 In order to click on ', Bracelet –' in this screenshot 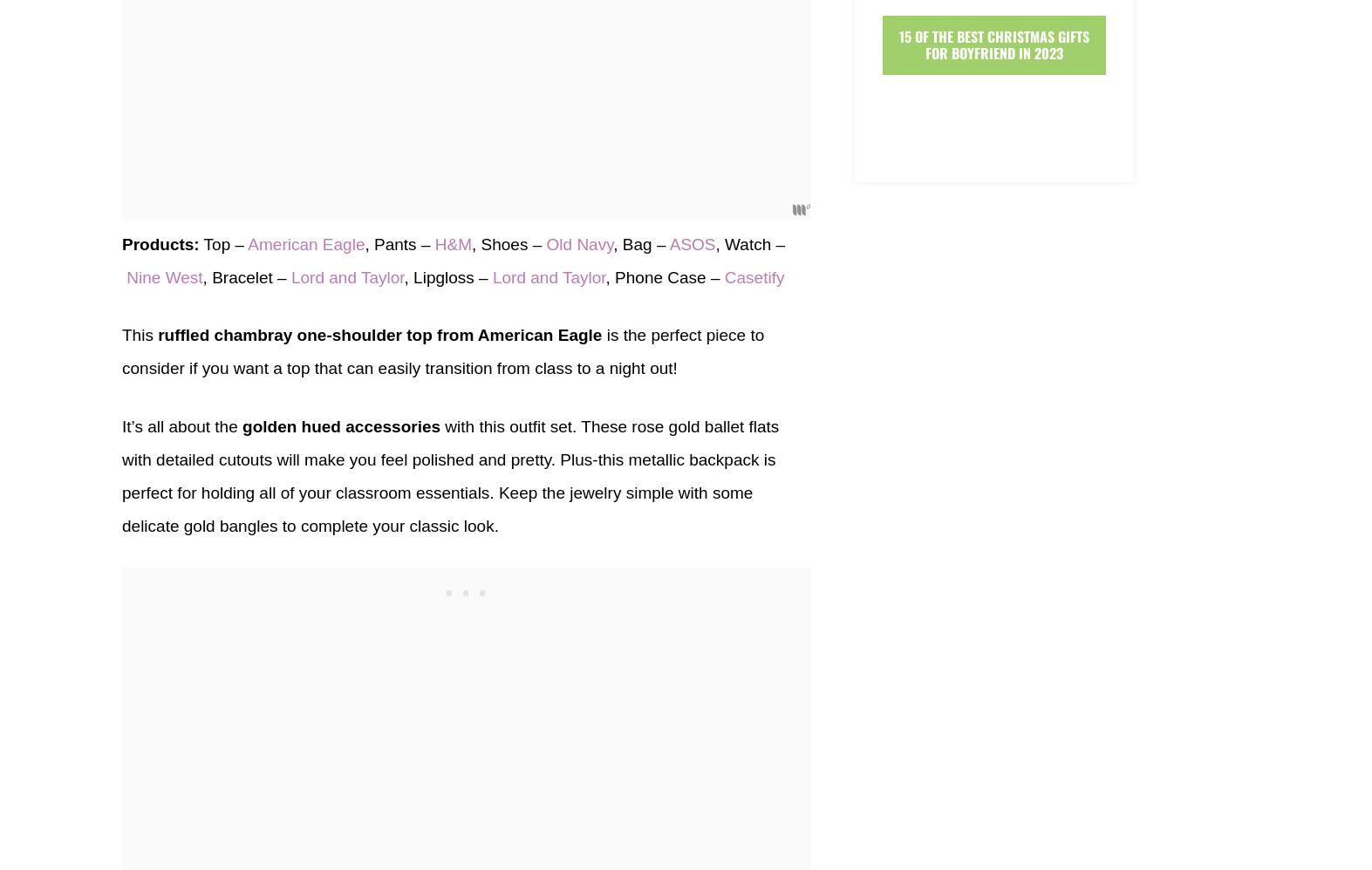, I will do `click(246, 276)`.